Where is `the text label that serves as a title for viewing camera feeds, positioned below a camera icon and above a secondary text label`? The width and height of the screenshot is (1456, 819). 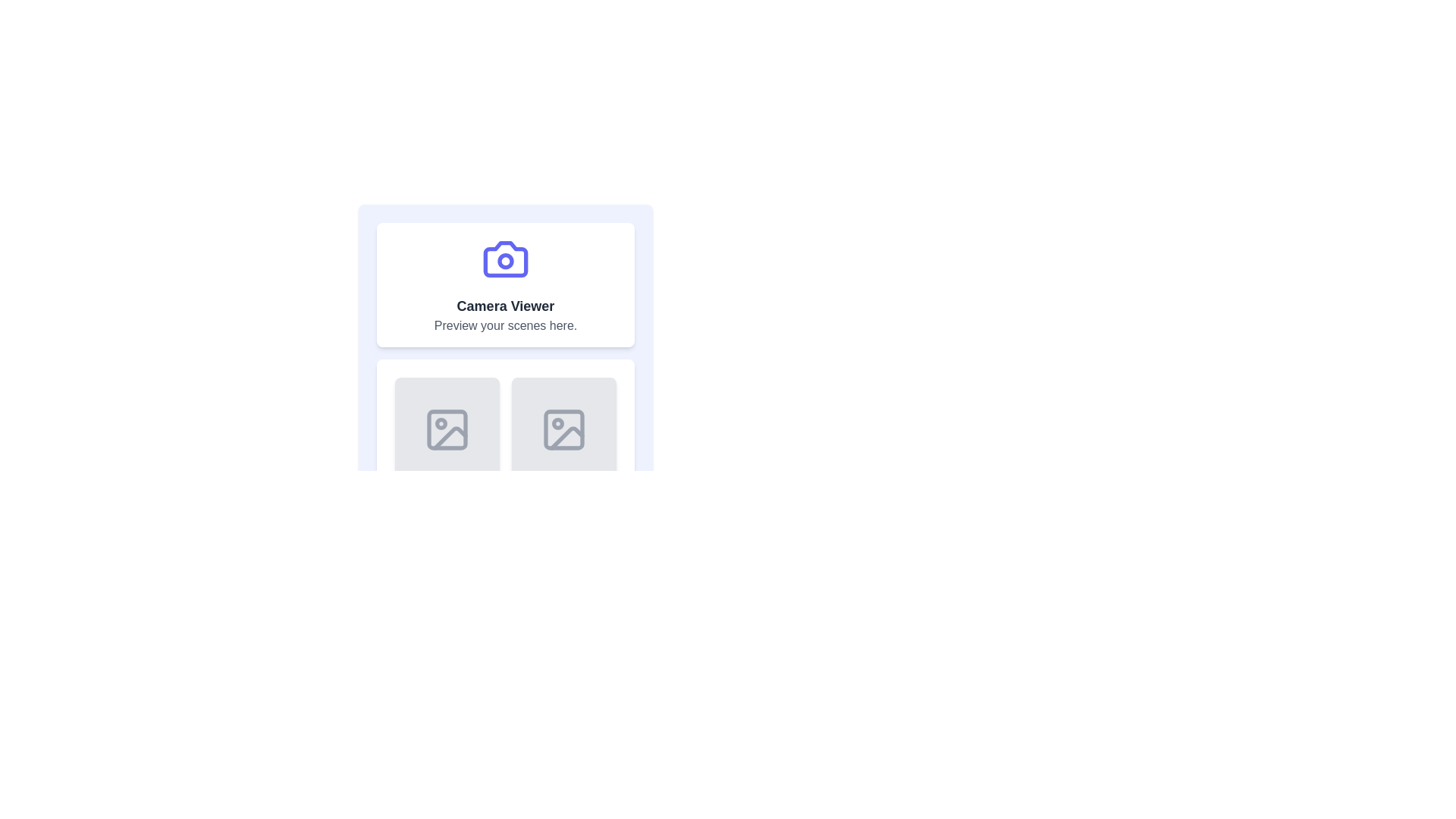
the text label that serves as a title for viewing camera feeds, positioned below a camera icon and above a secondary text label is located at coordinates (506, 306).